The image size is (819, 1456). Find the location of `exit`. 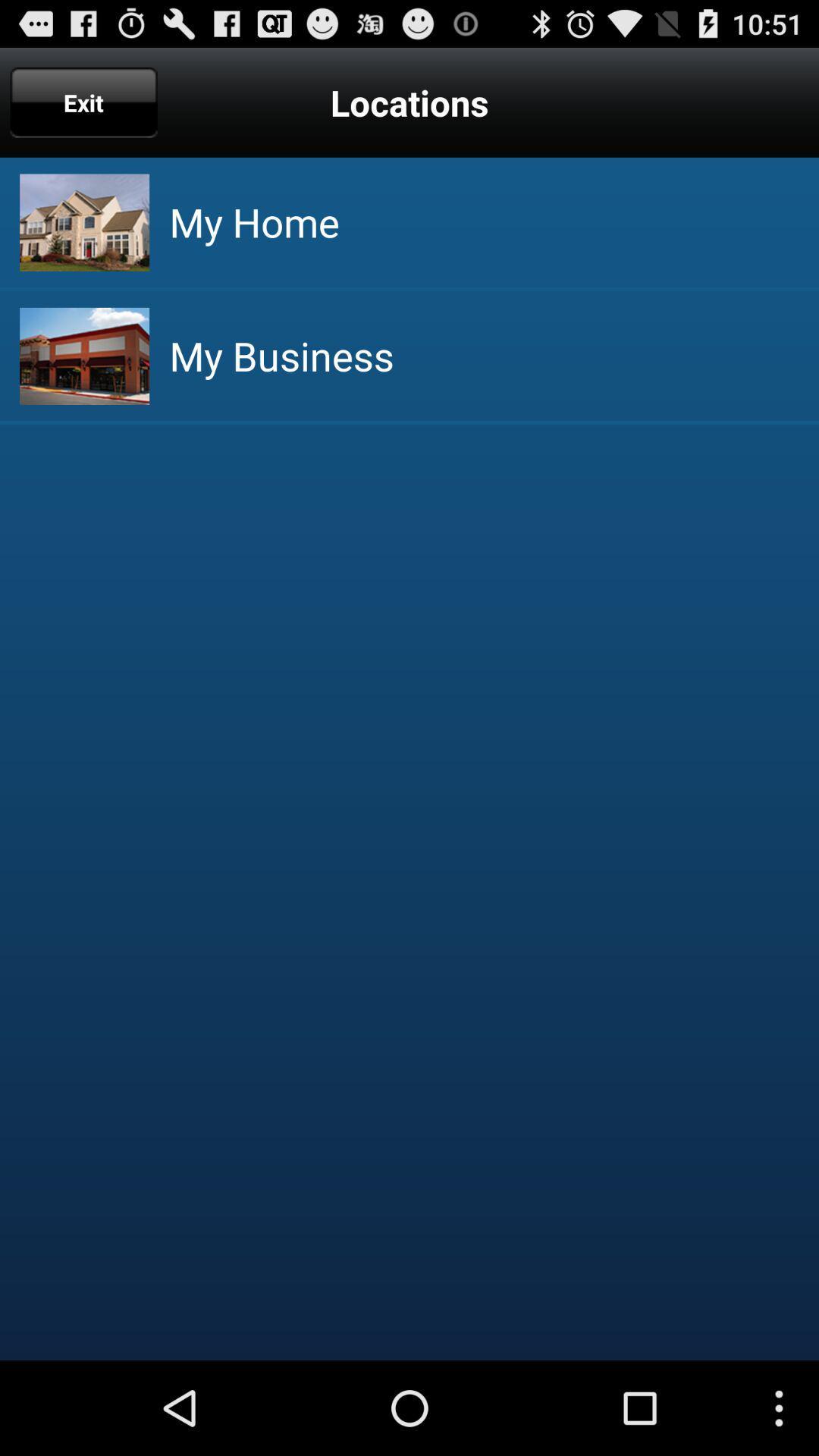

exit is located at coordinates (83, 102).